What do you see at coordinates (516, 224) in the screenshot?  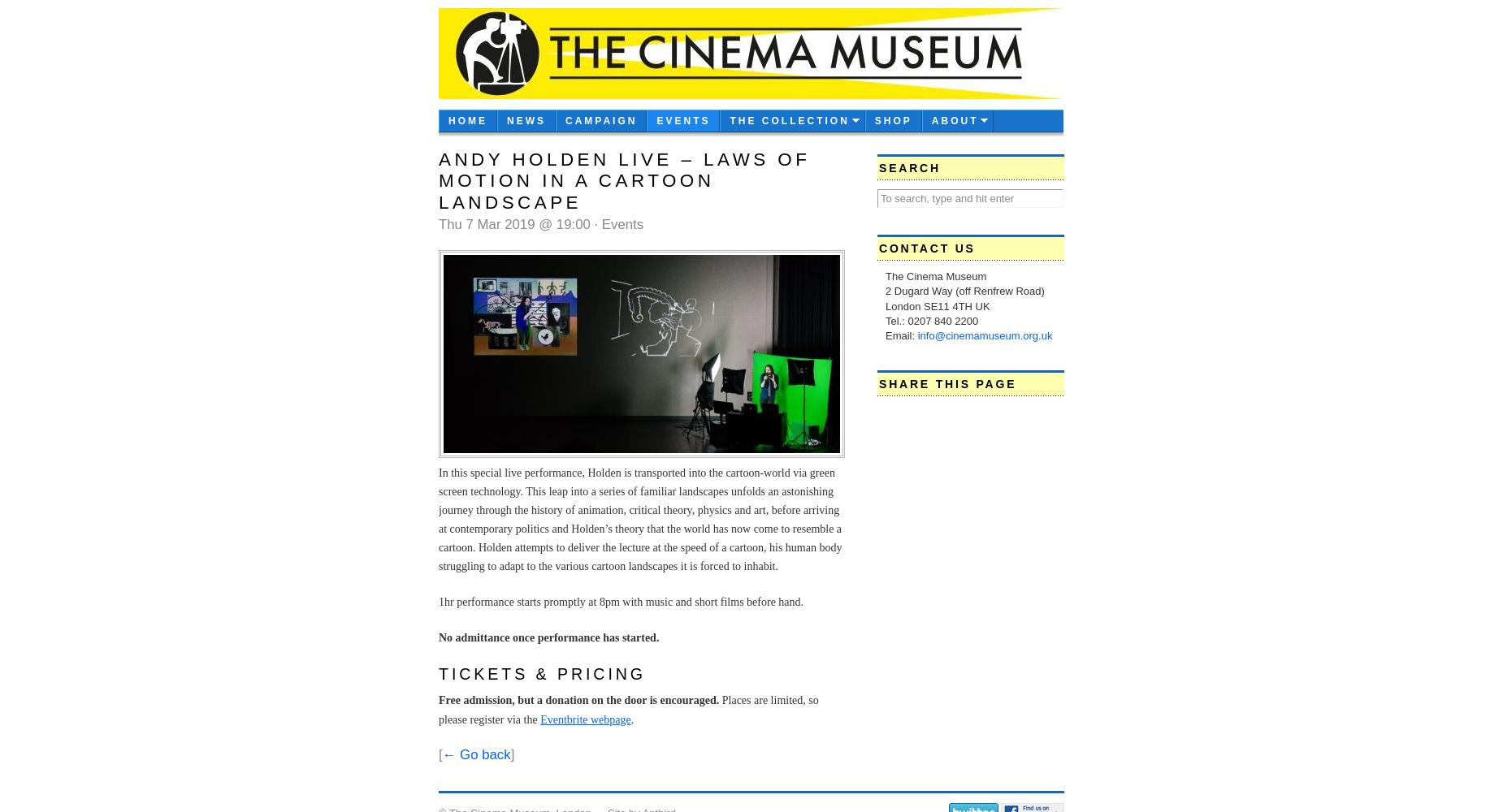 I see `'Thu 7 Mar 2019 @ 19:00'` at bounding box center [516, 224].